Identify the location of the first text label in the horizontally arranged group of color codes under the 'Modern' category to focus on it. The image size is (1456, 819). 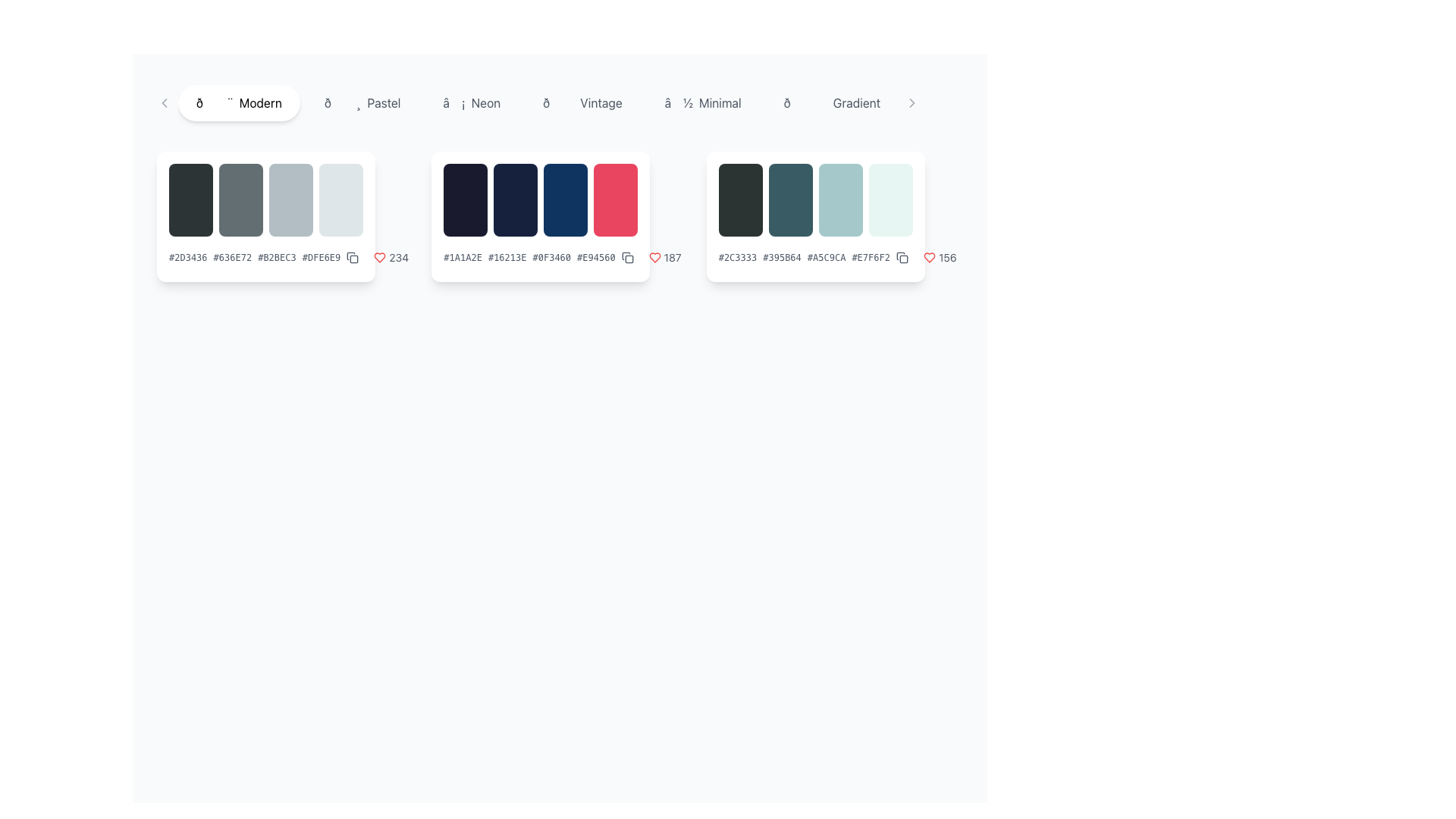
(187, 256).